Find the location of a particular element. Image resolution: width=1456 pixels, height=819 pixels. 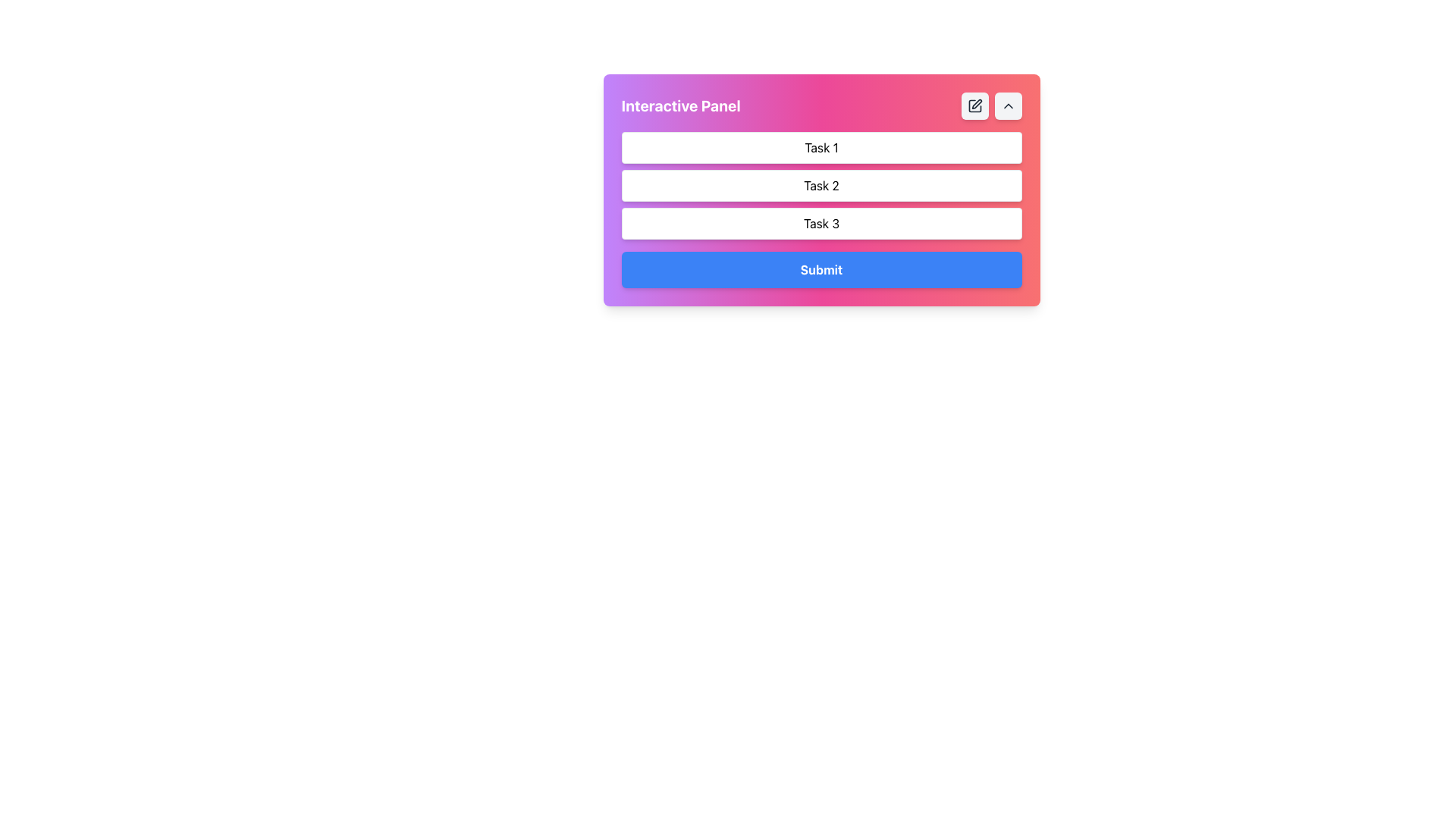

the icon button resembling a square with a pen inside, located in the top right corner of the panel's gradient header is located at coordinates (974, 105).